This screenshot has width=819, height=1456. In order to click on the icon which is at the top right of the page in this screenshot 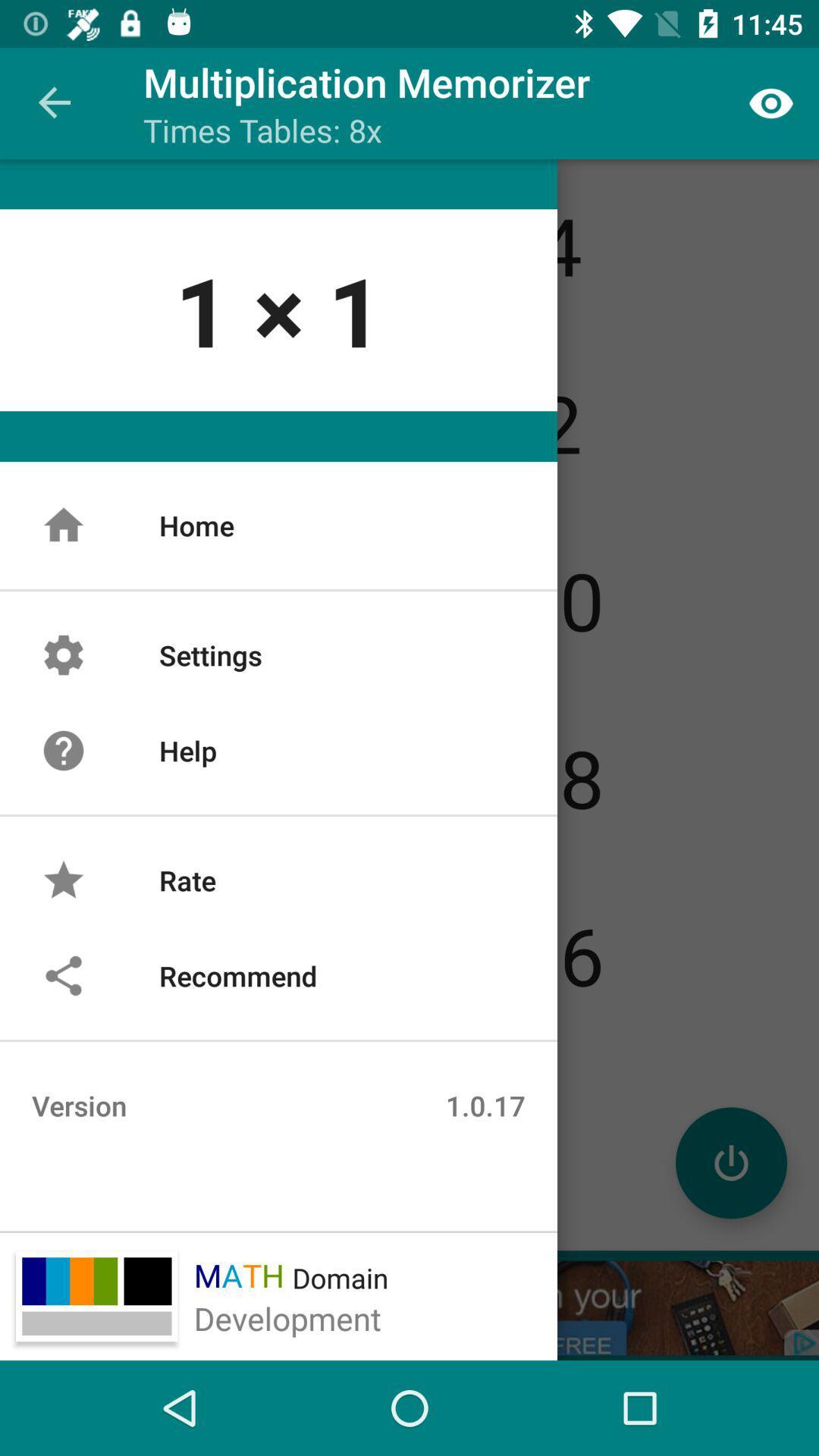, I will do `click(771, 103)`.